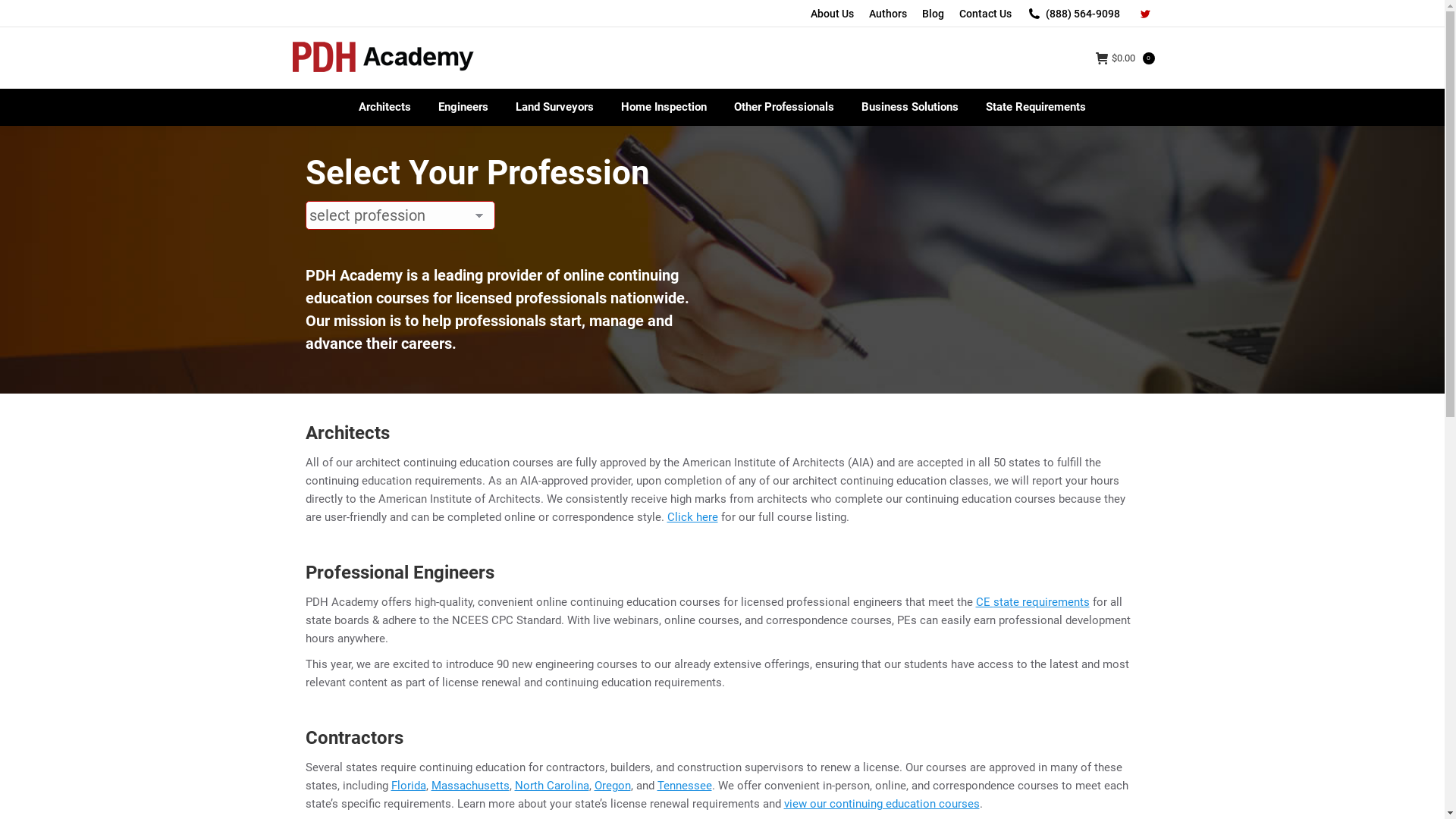  What do you see at coordinates (1144, 14) in the screenshot?
I see `'Twitter page opens in new window'` at bounding box center [1144, 14].